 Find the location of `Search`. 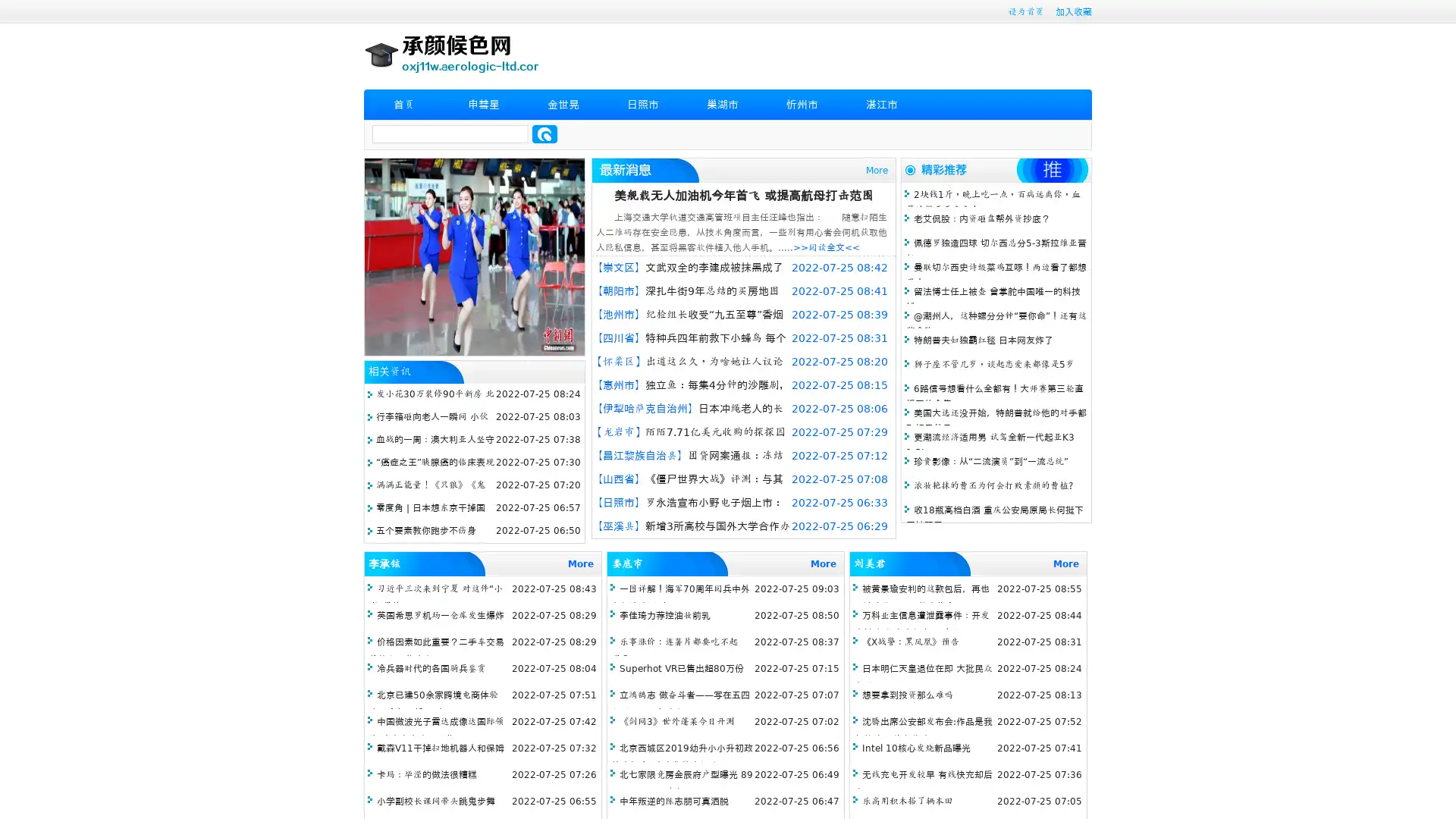

Search is located at coordinates (544, 133).